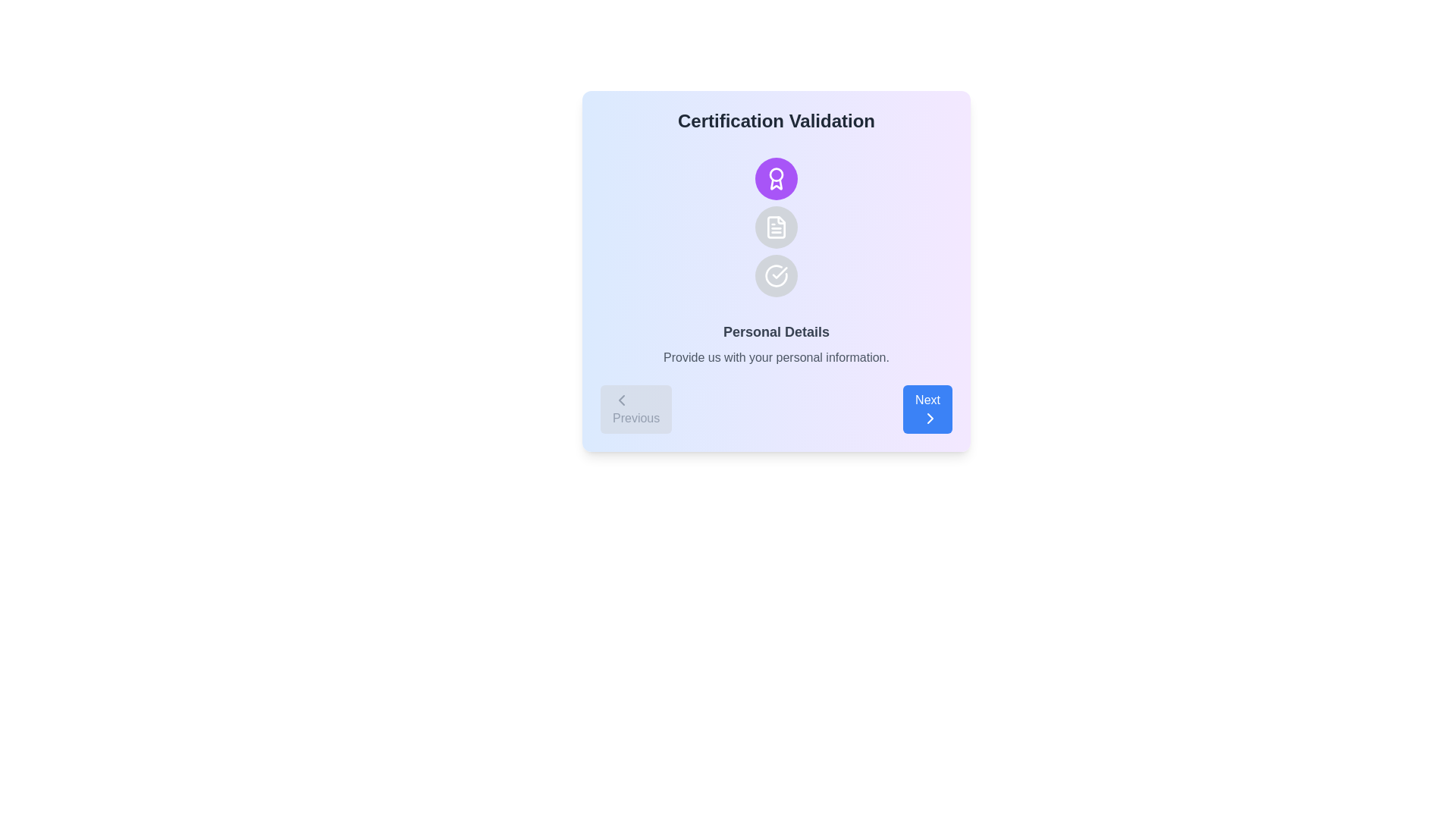 This screenshot has width=1456, height=819. What do you see at coordinates (776, 344) in the screenshot?
I see `the text element that provides information about the current step in the process titled 'Certification Validation', which is centrally located within a card interface` at bounding box center [776, 344].